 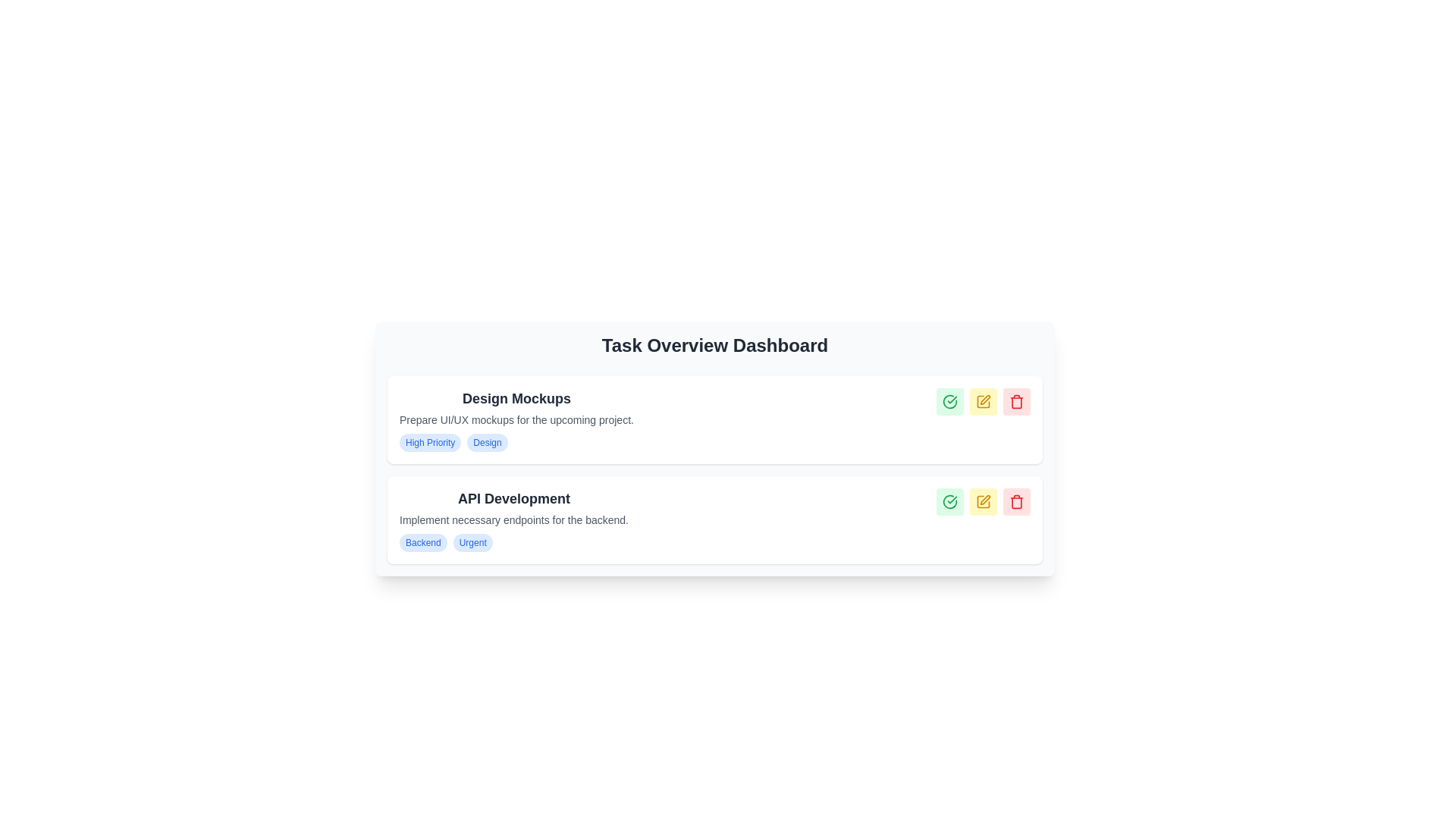 What do you see at coordinates (983, 400) in the screenshot?
I see `the 'Edit' button, which is the second button in a horizontal group of three buttons located in the top-right section of the 'Design Mockups' card` at bounding box center [983, 400].